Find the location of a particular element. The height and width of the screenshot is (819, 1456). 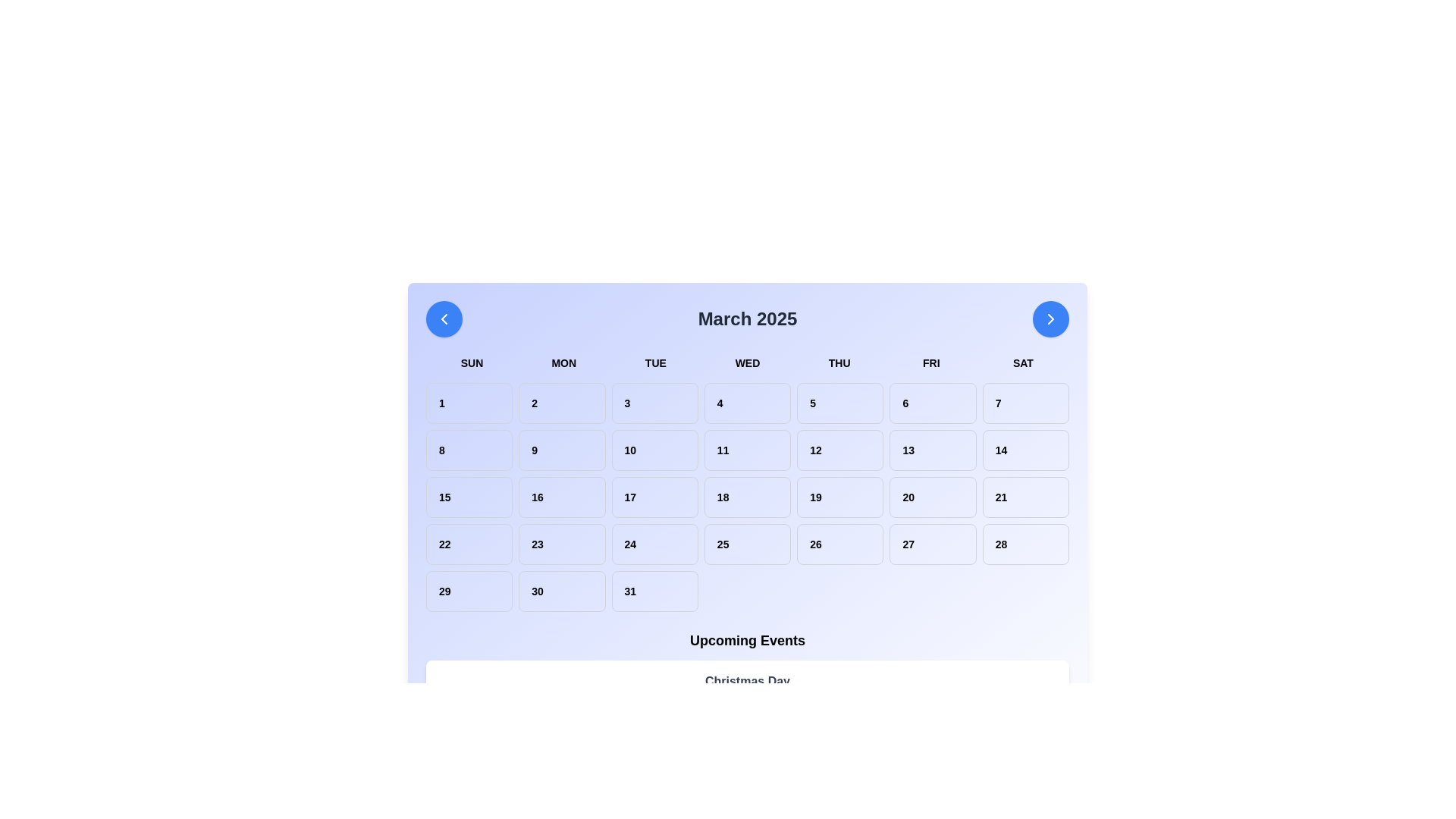

the button displaying the number '4' in the calendar widget, located under the 'Wednesday' column header, to start keyboard navigation is located at coordinates (747, 403).